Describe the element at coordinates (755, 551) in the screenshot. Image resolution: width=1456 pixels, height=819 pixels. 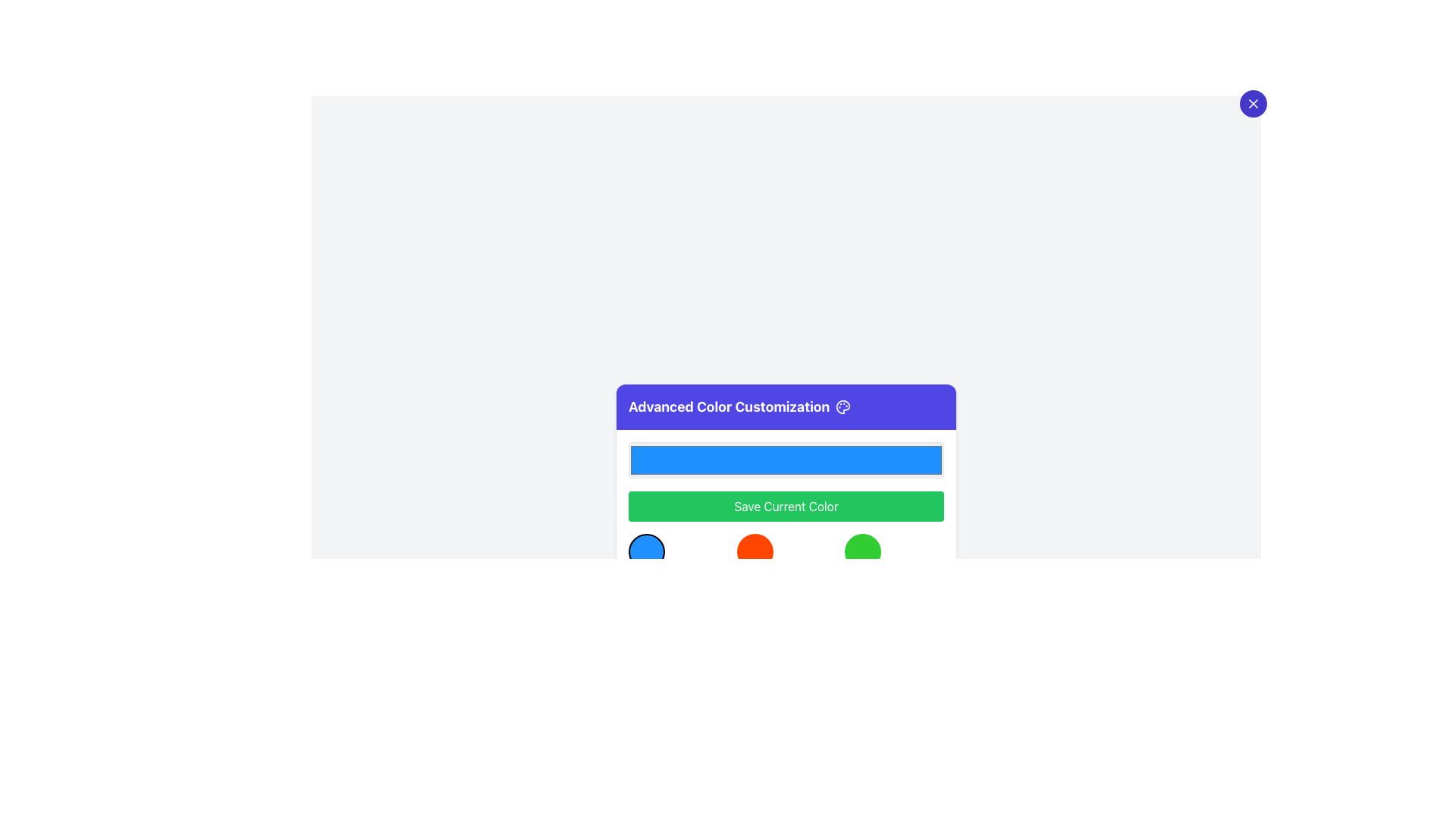
I see `the second button in the 2x3 grid layout, located in the top-middle cell, which serves as a color choice visual indicator` at that location.